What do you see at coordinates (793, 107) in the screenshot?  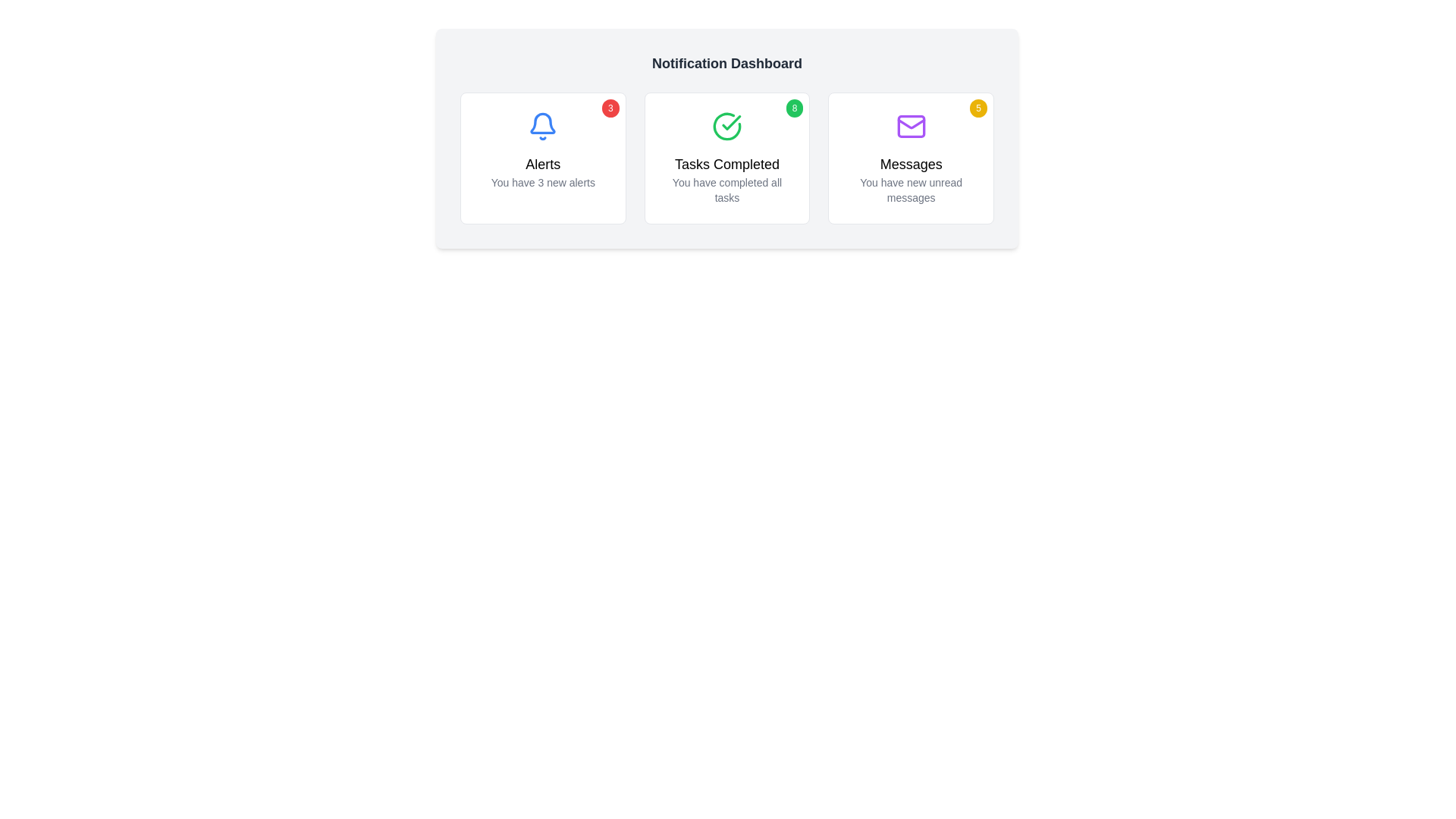 I see `the green circular badge with a white number '8' inside, located at the top-right corner of the 'Tasks Completed' card in the Notification Dashboard` at bounding box center [793, 107].